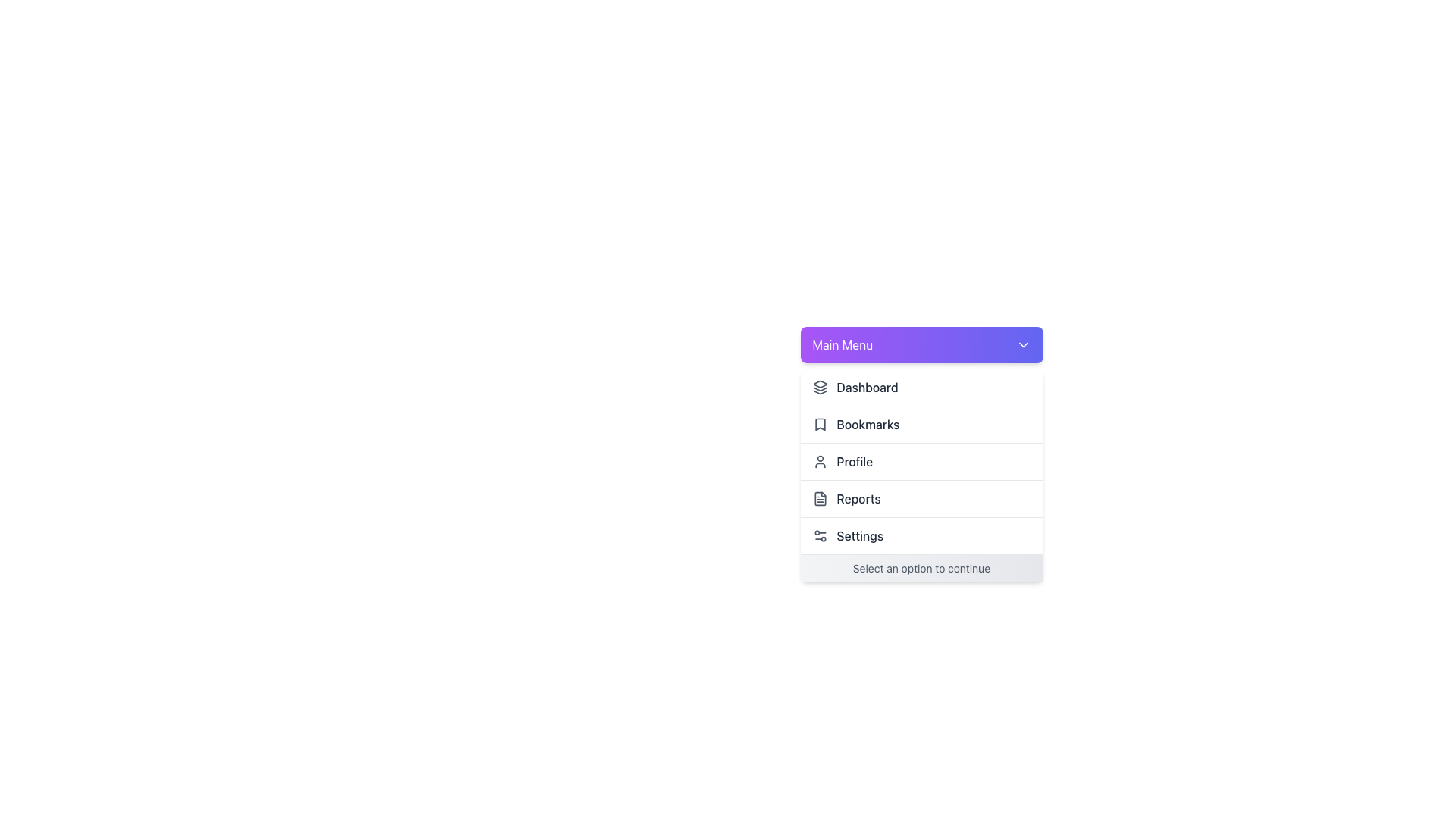 The width and height of the screenshot is (1456, 819). Describe the element at coordinates (921, 535) in the screenshot. I see `the 'Settings' menu item, which is the fifth item in a vertical list within the dropdown menu` at that location.